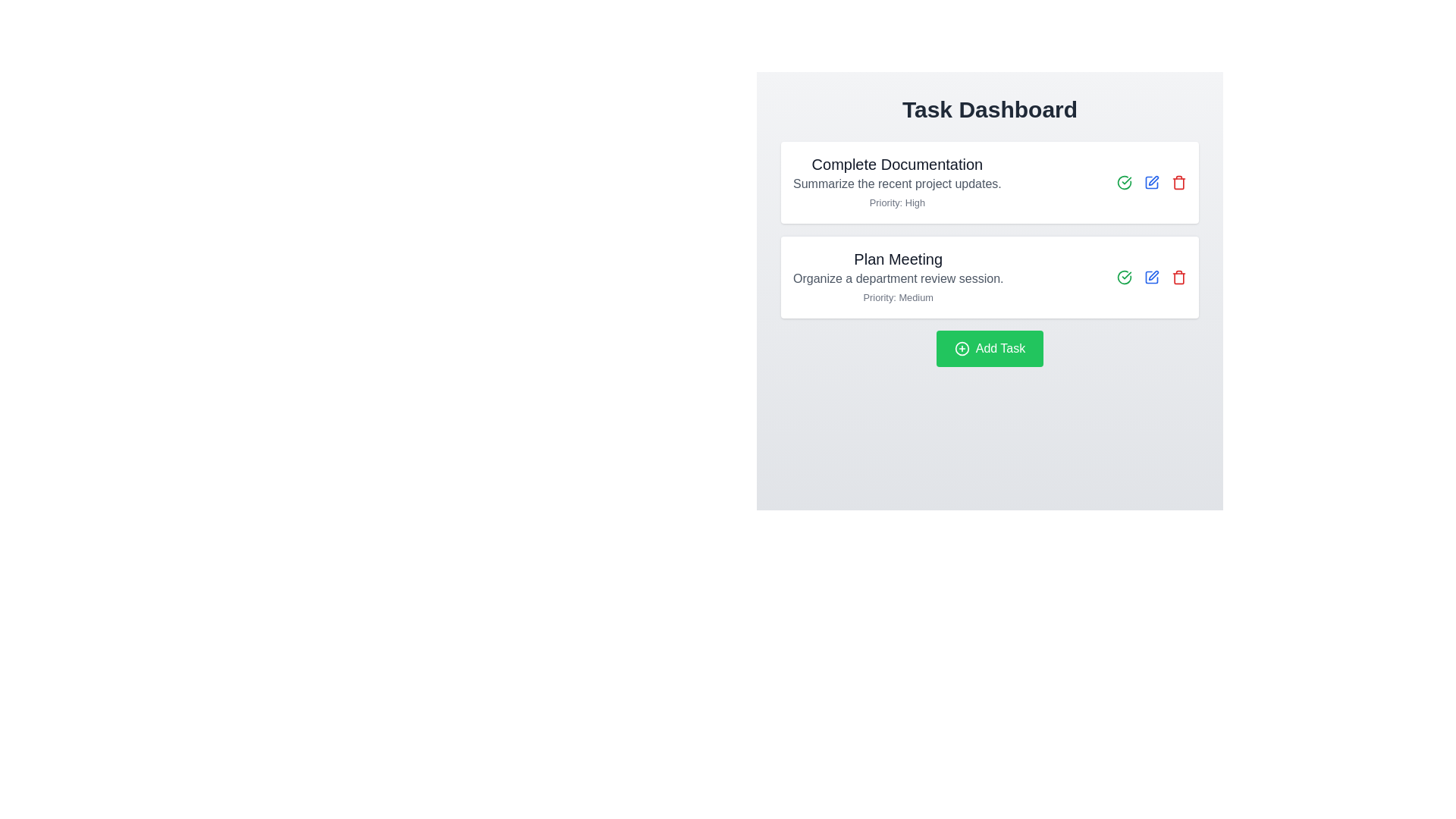  What do you see at coordinates (990, 348) in the screenshot?
I see `the 'Add New Task' button located at the bottom of the task list section, centered horizontally, to initiate a new task creation` at bounding box center [990, 348].